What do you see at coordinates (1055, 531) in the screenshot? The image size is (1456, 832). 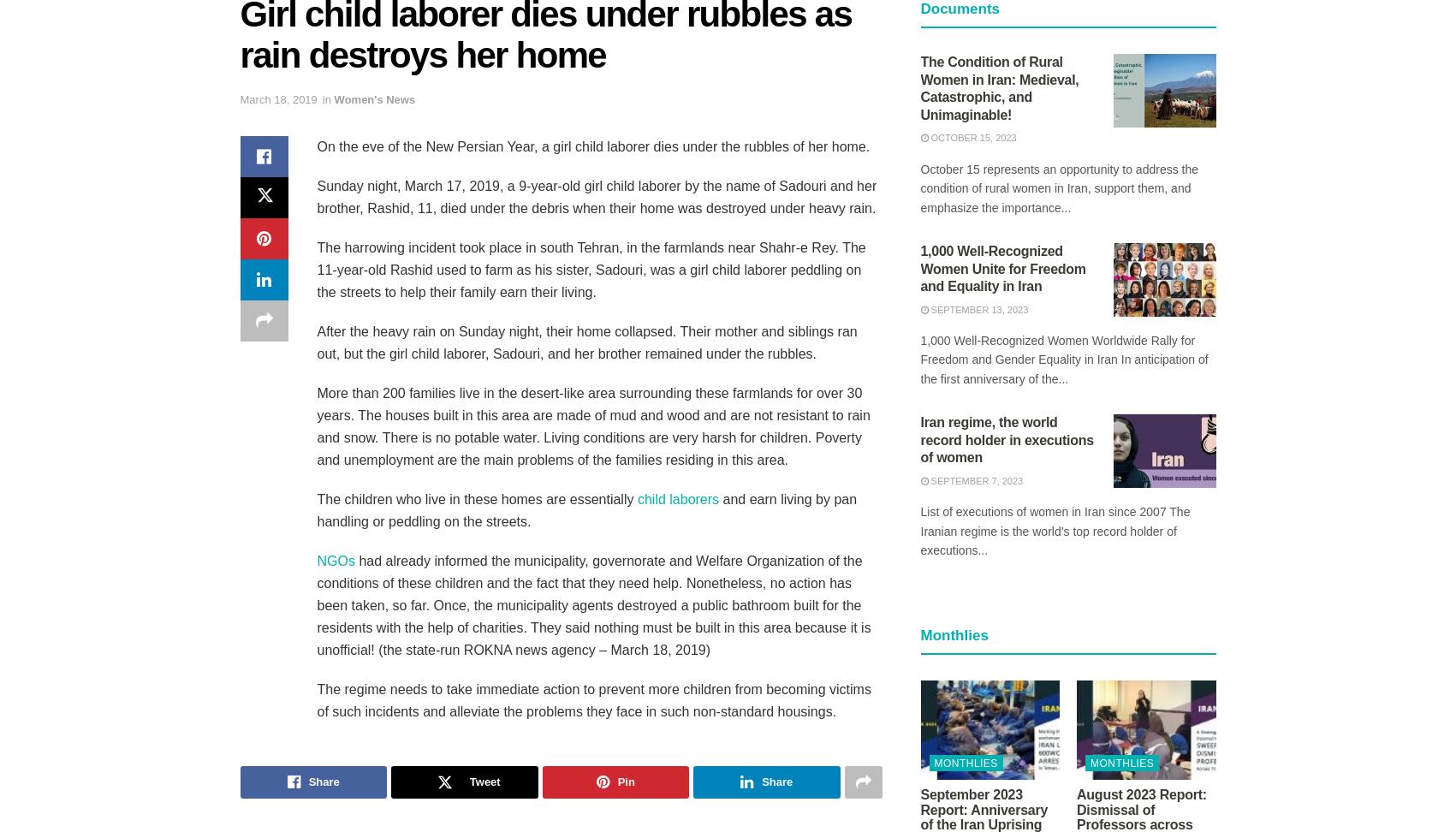 I see `'List of executions of women in Iran since 2007 The Iranian regime is the world’s top record holder of executions...'` at bounding box center [1055, 531].